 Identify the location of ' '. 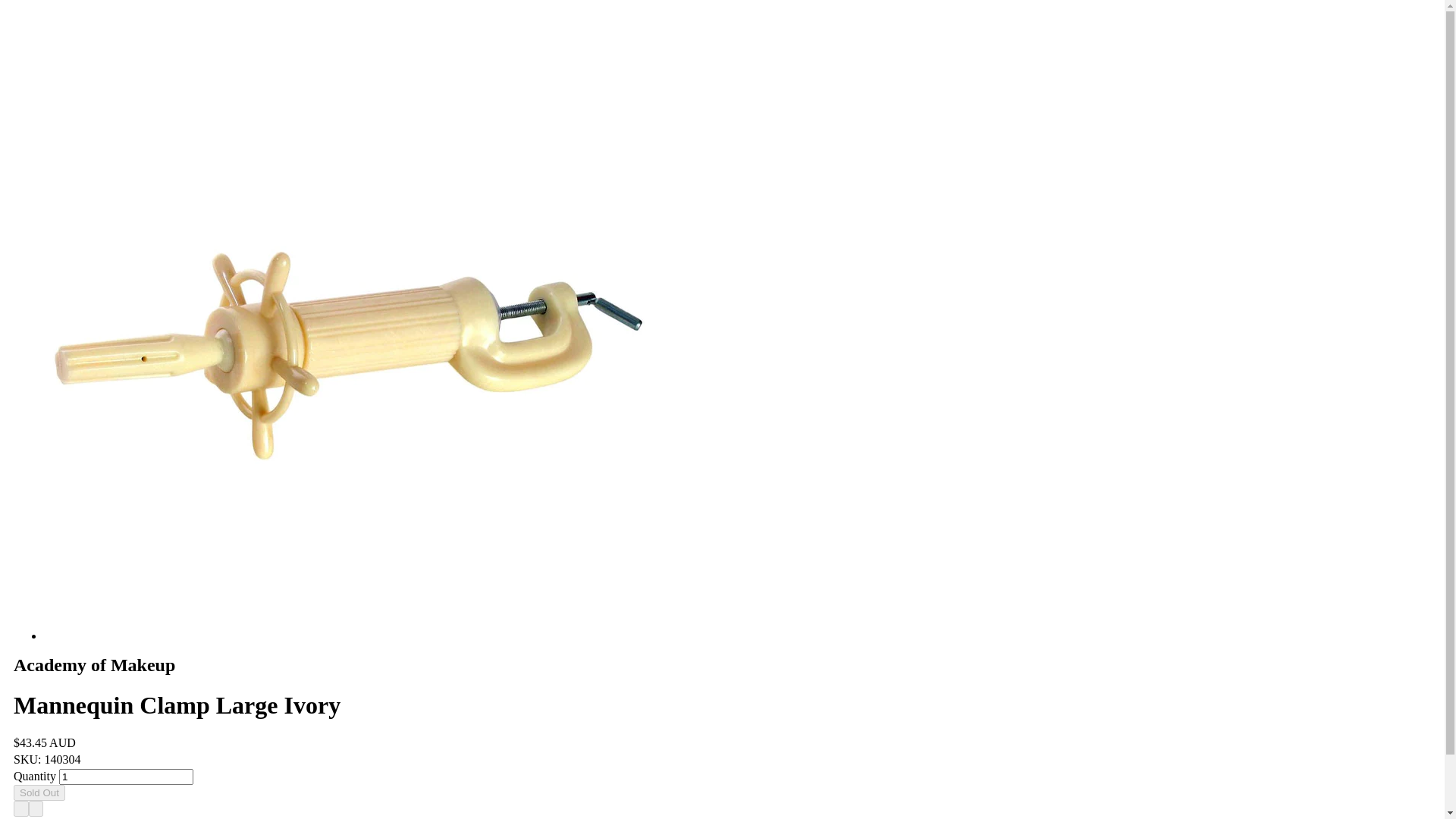
(21, 808).